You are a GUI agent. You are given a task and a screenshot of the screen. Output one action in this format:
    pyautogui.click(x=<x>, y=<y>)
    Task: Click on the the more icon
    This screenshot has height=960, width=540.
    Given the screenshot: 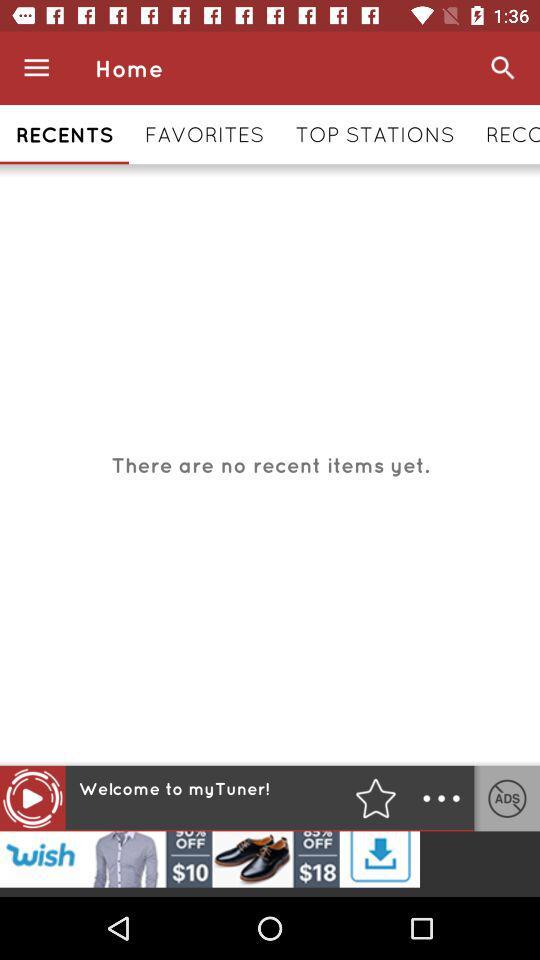 What is the action you would take?
    pyautogui.click(x=441, y=798)
    